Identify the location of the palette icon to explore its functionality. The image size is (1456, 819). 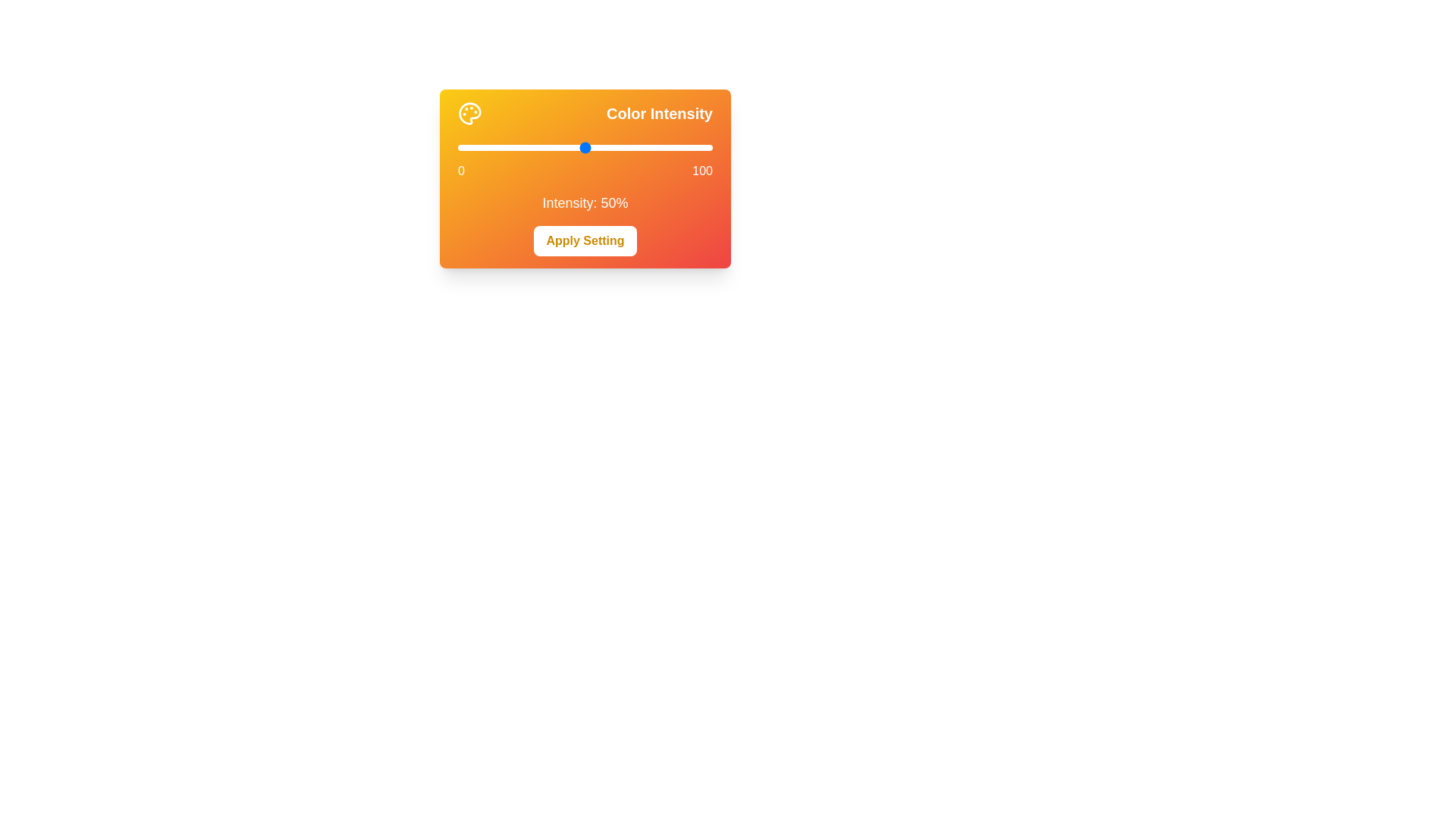
(469, 113).